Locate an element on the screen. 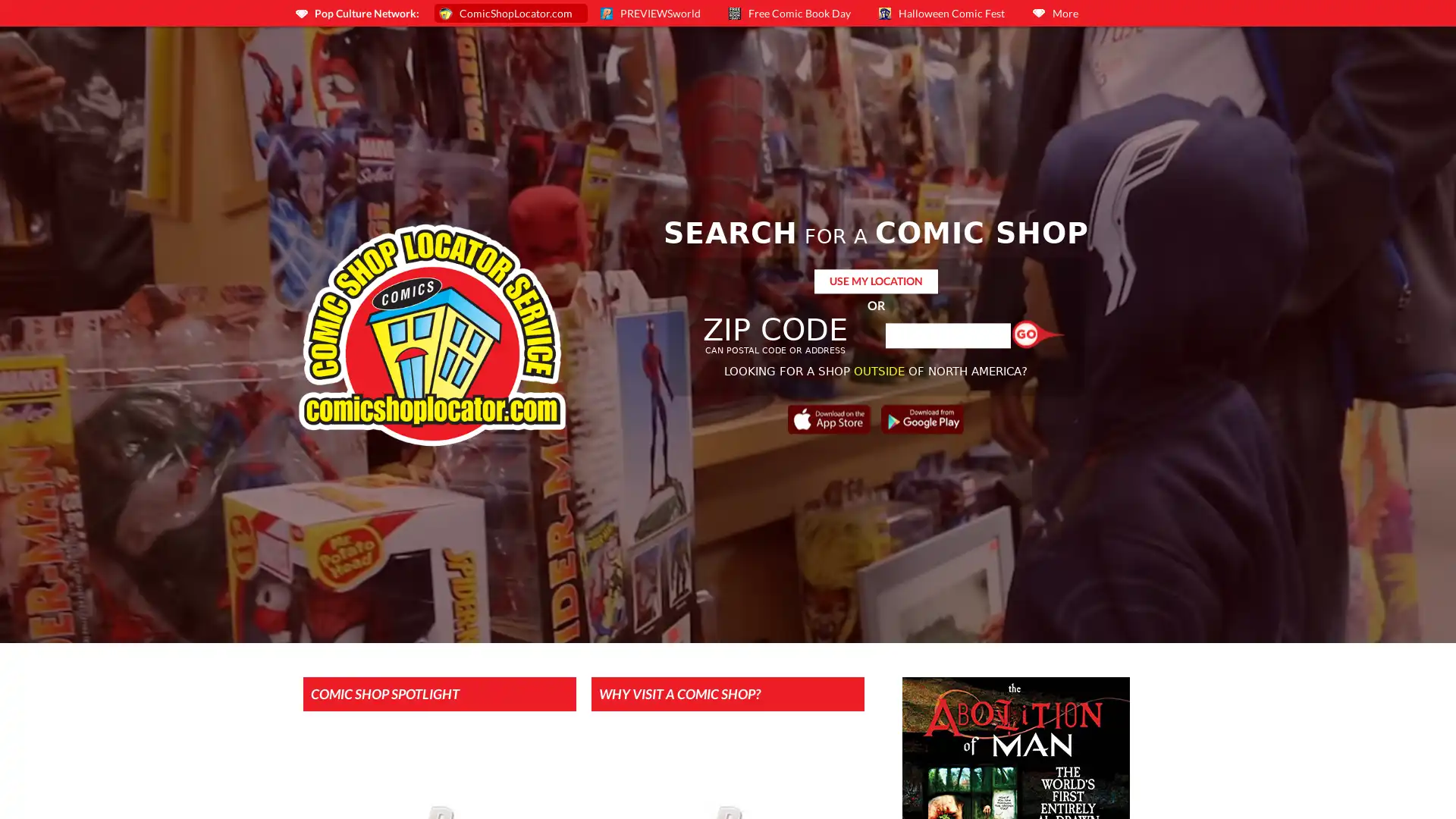 This screenshot has width=1456, height=819. Find a Shop! is located at coordinates (1037, 333).